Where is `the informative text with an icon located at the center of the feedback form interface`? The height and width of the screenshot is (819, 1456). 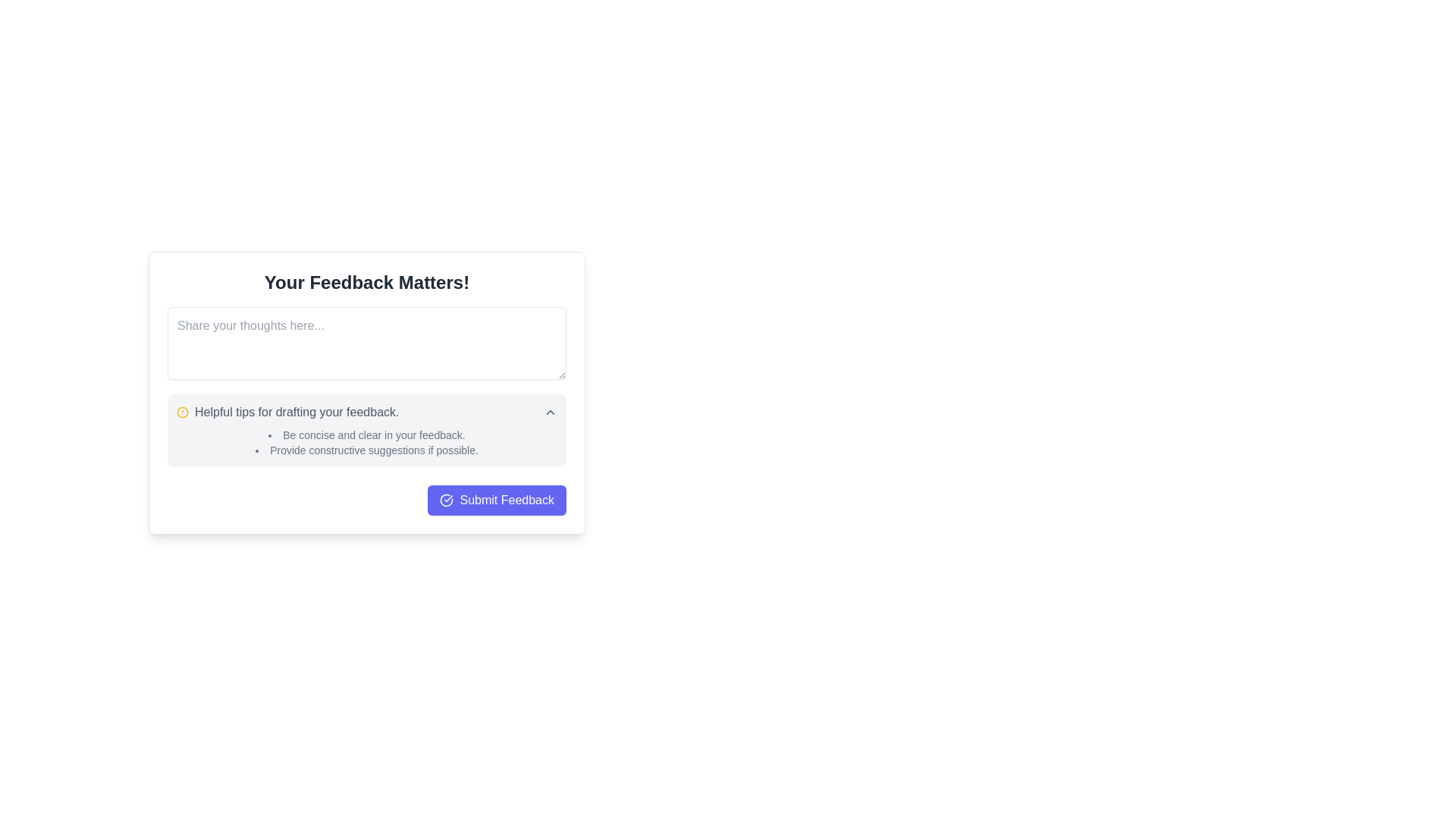
the informative text with an icon located at the center of the feedback form interface is located at coordinates (287, 412).